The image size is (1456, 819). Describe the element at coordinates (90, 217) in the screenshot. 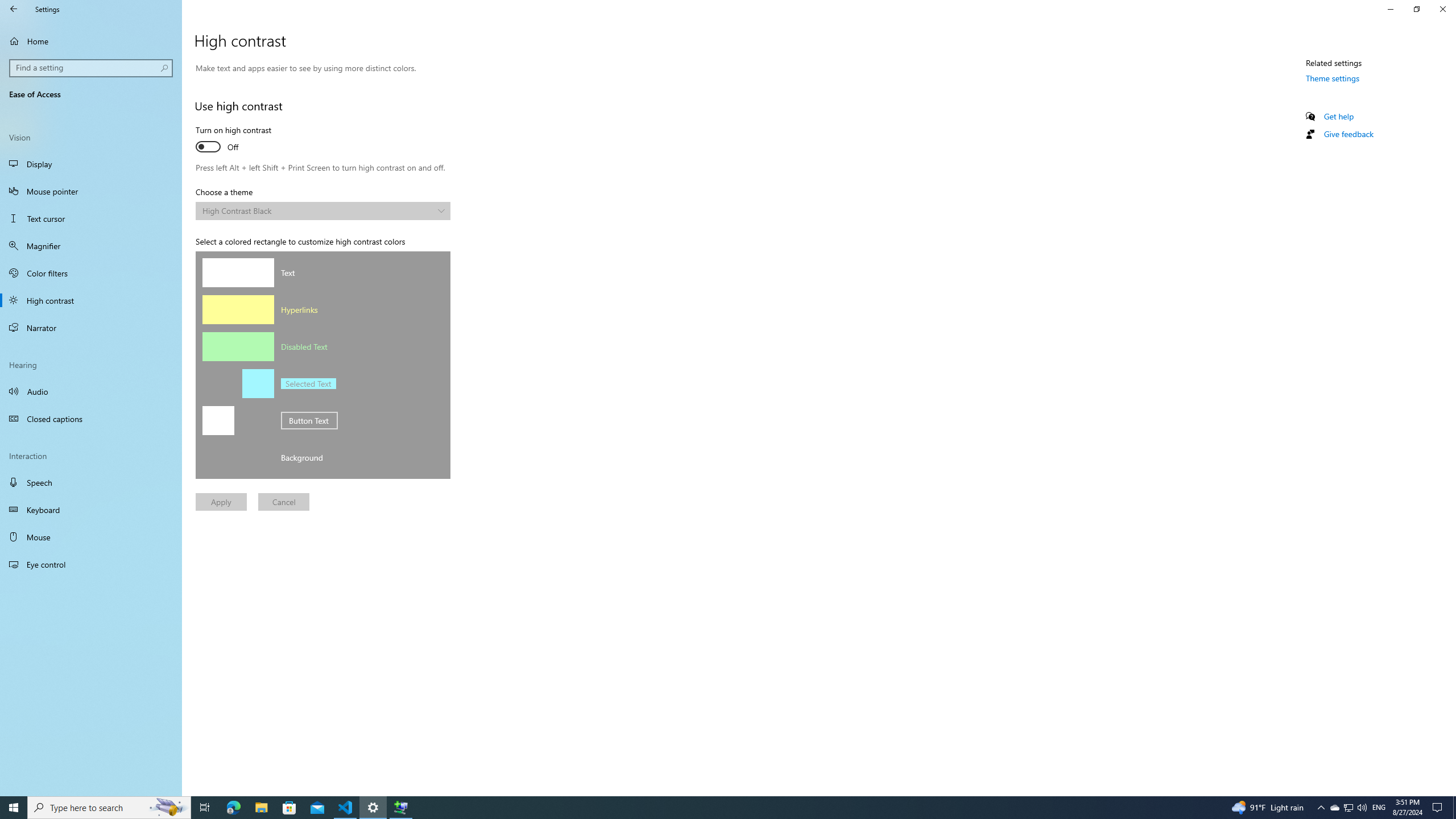

I see `'Text cursor'` at that location.